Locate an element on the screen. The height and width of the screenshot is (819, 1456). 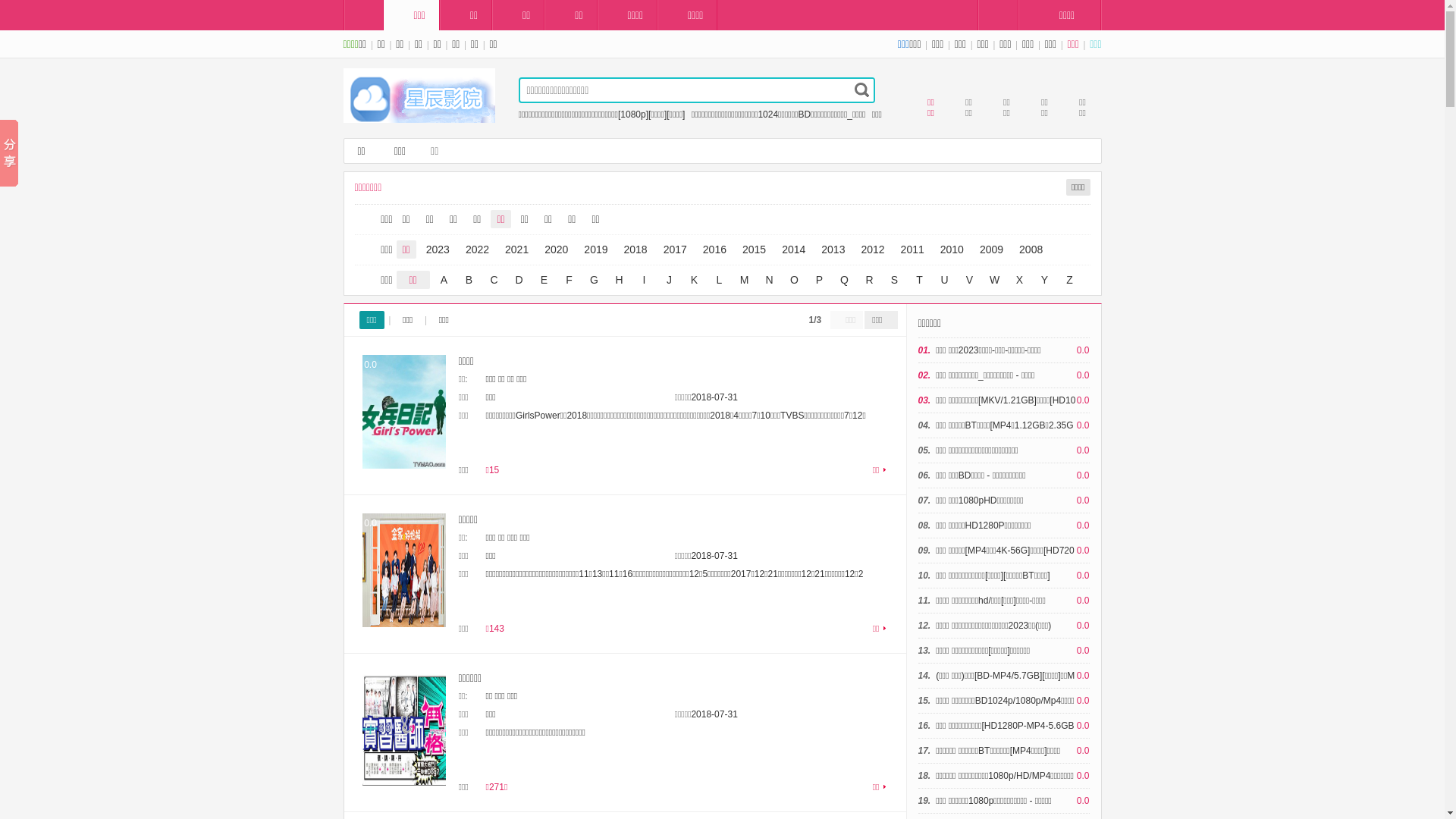
'2011' is located at coordinates (912, 248).